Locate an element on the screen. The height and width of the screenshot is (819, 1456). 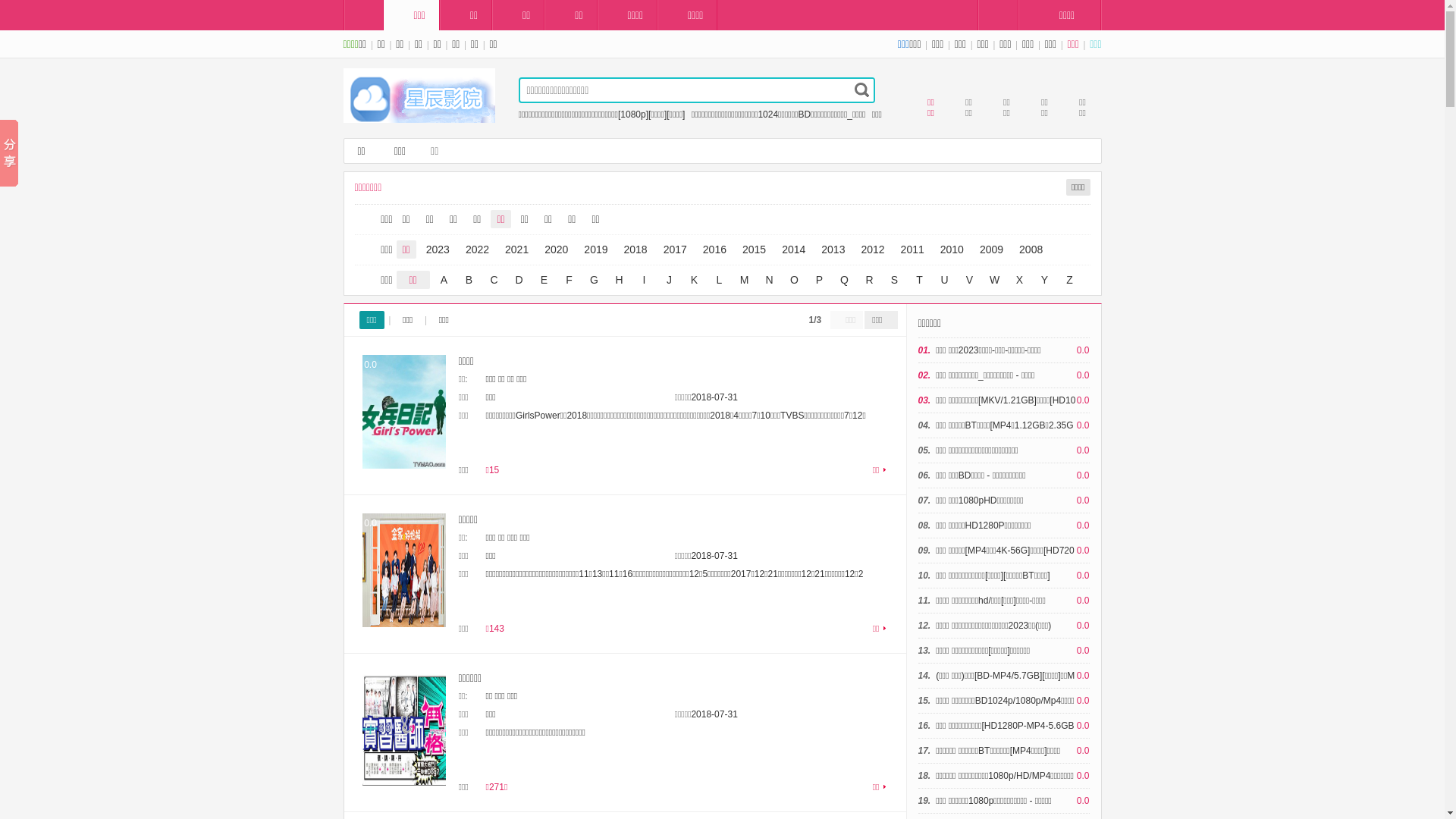
'2011' is located at coordinates (912, 248).